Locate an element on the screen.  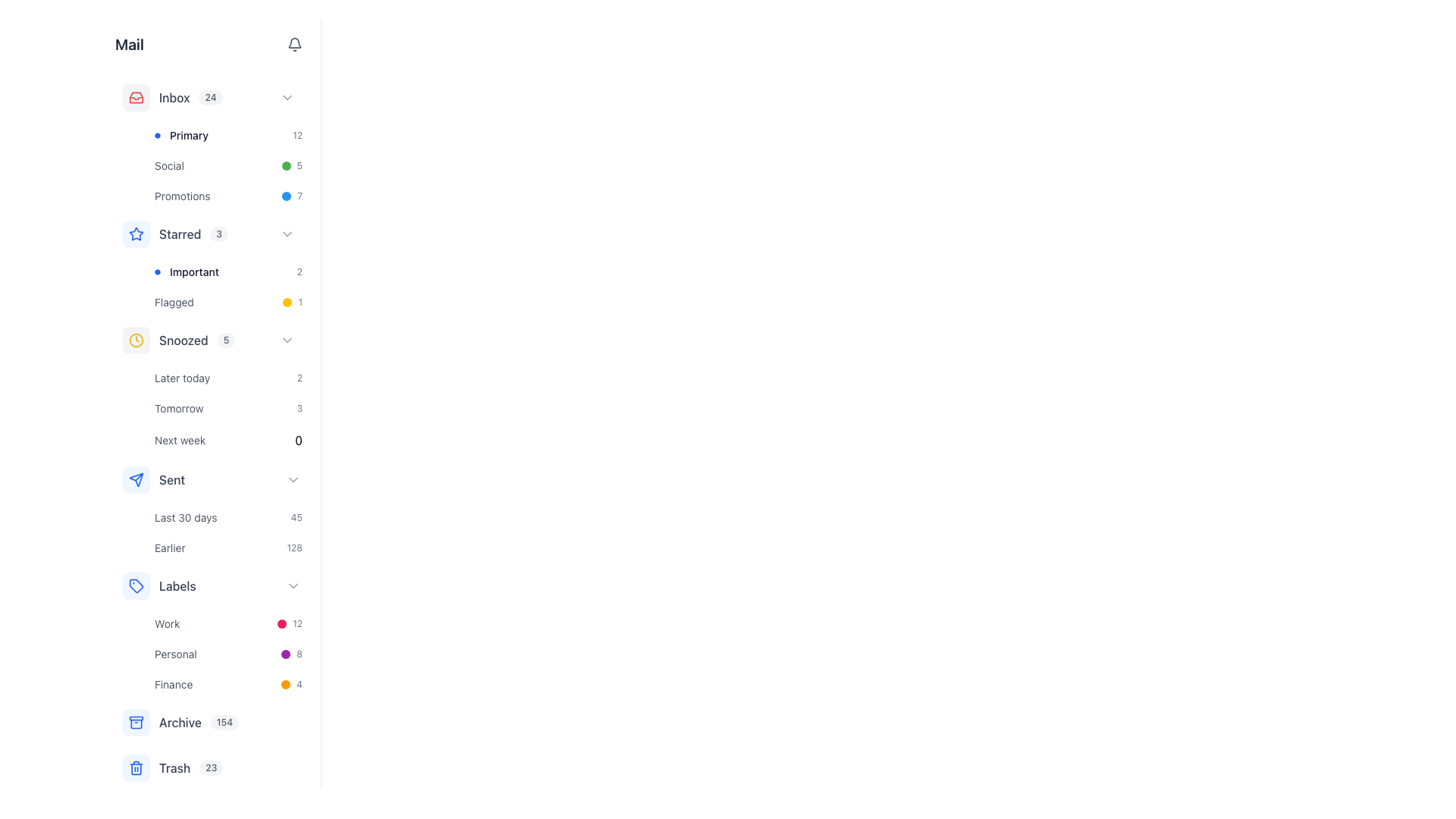
value displayed in the Text label showing the number '5', which is located in the 'Social' section of the left navigation panel, next to a green circular indicator is located at coordinates (300, 166).